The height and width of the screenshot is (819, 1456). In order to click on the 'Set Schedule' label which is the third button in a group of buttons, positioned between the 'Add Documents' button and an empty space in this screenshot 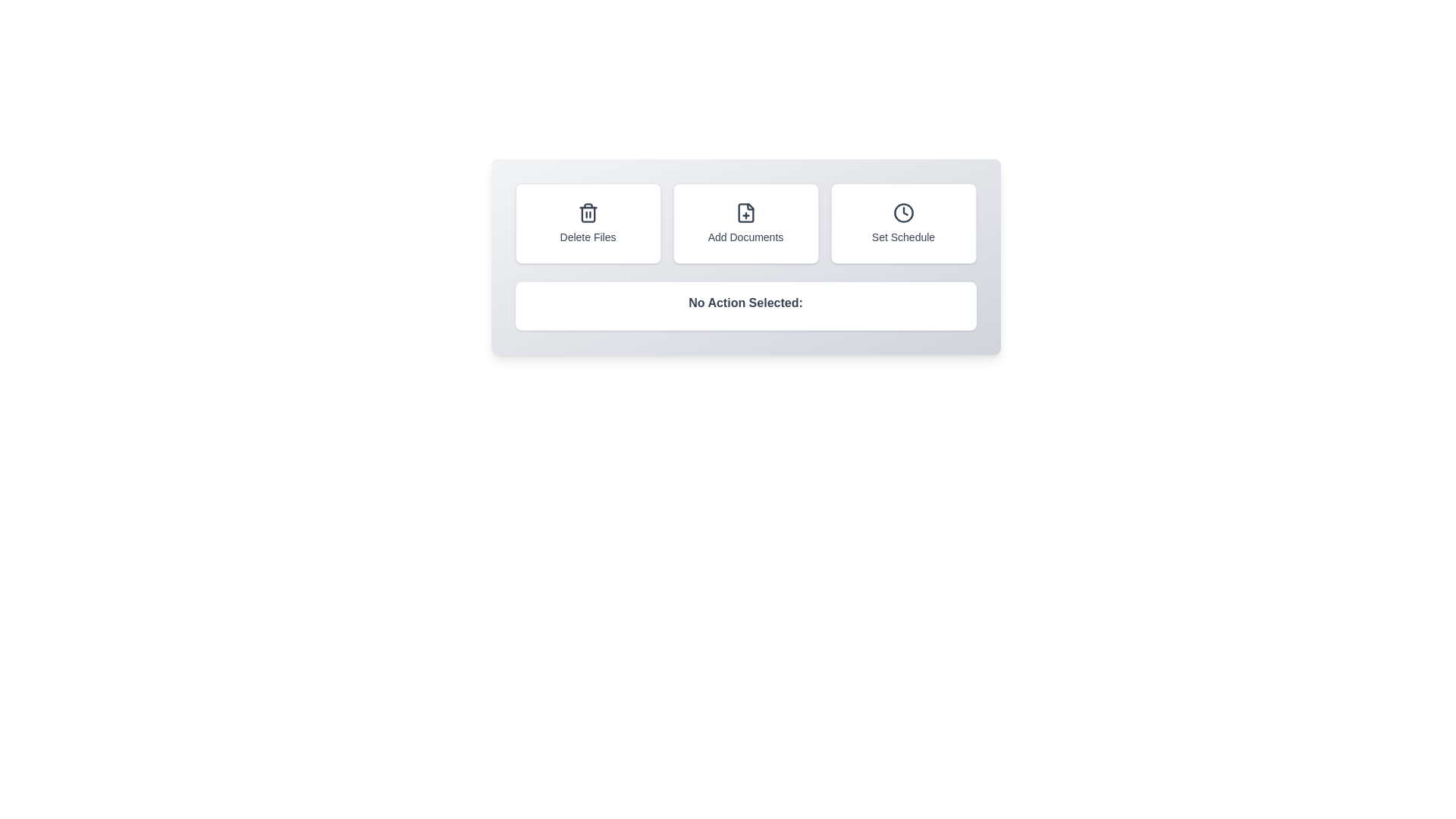, I will do `click(903, 237)`.